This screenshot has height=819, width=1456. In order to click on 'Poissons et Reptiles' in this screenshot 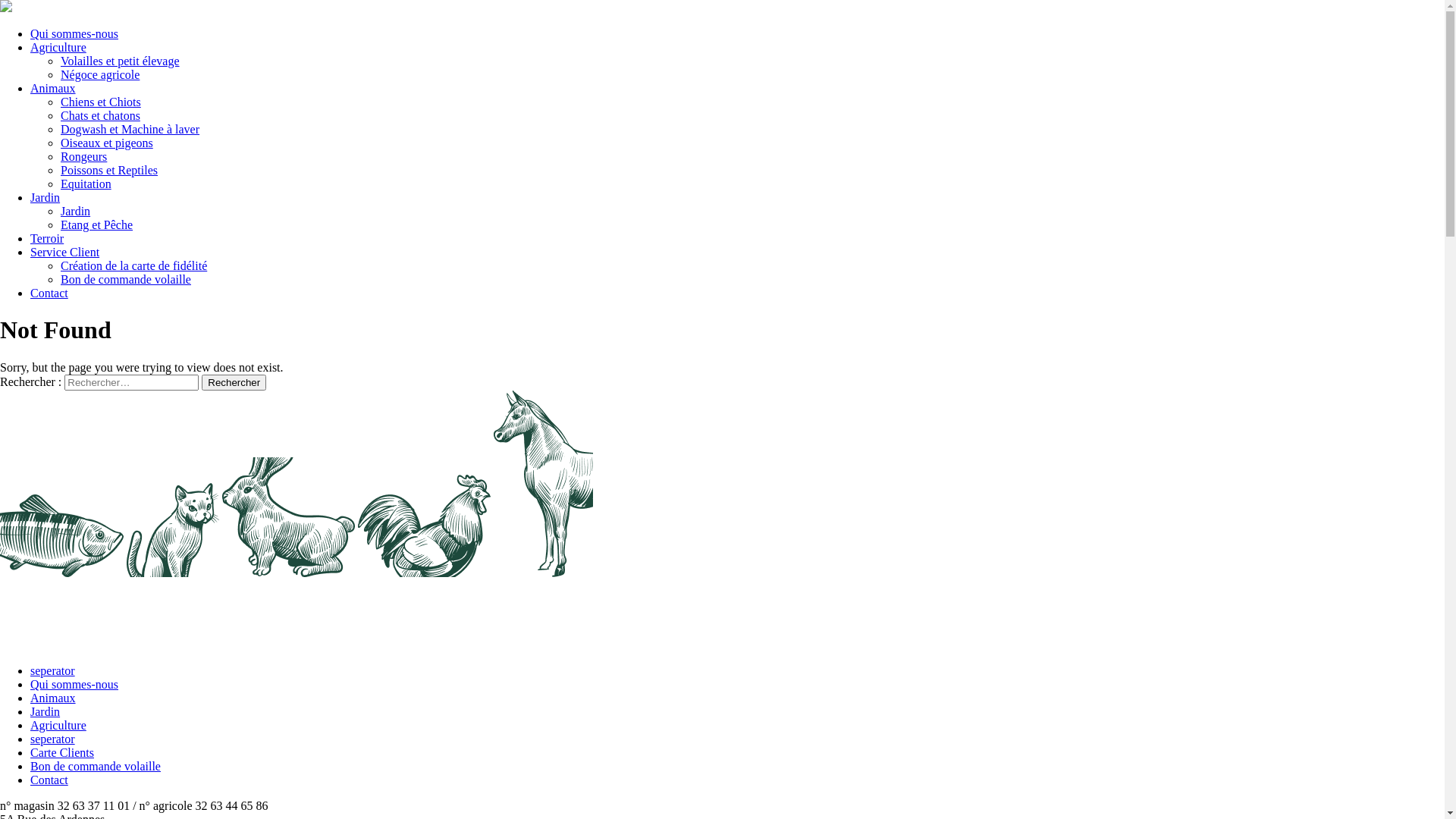, I will do `click(108, 170)`.